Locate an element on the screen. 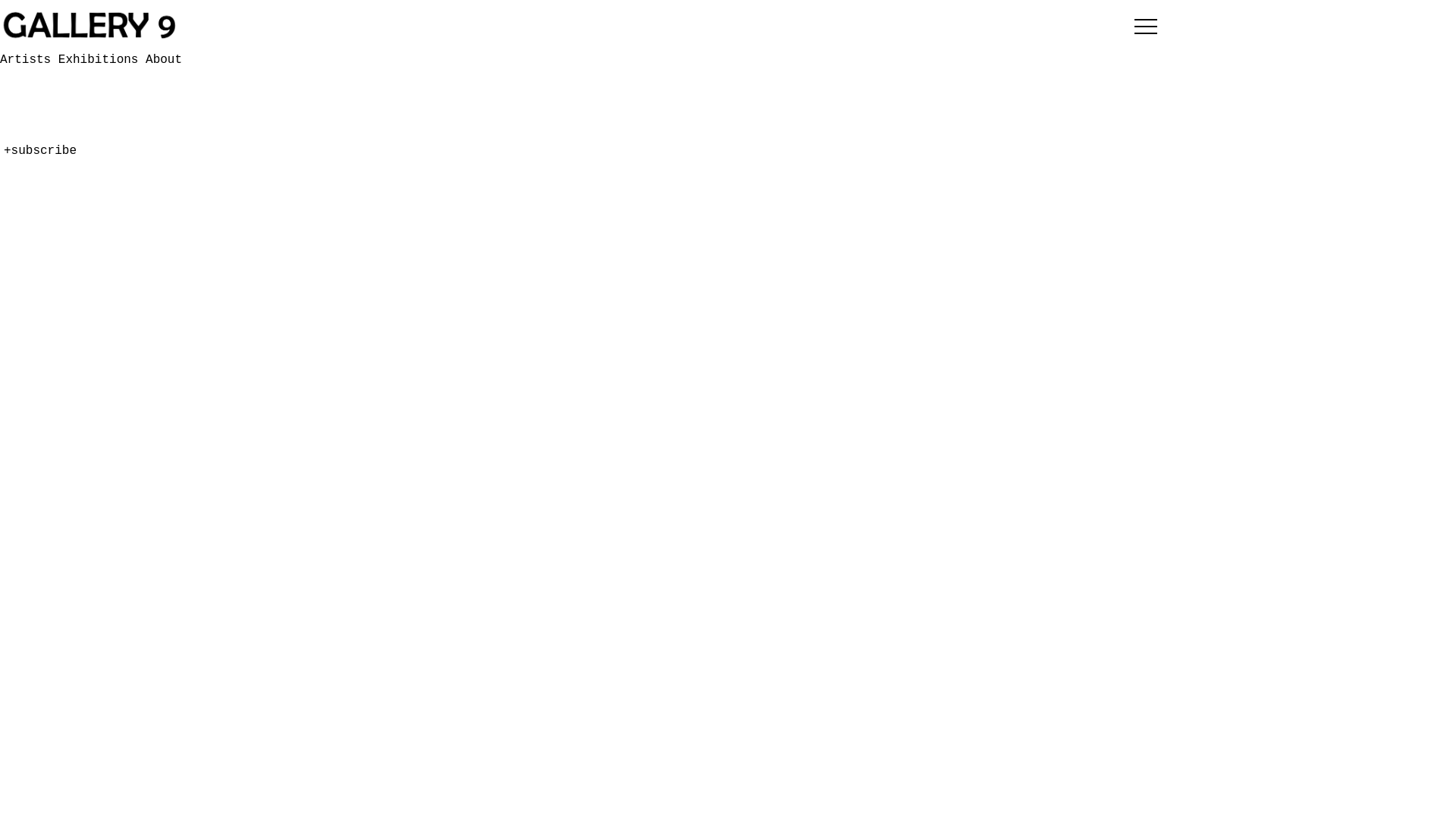  '+subscribe' is located at coordinates (39, 267).